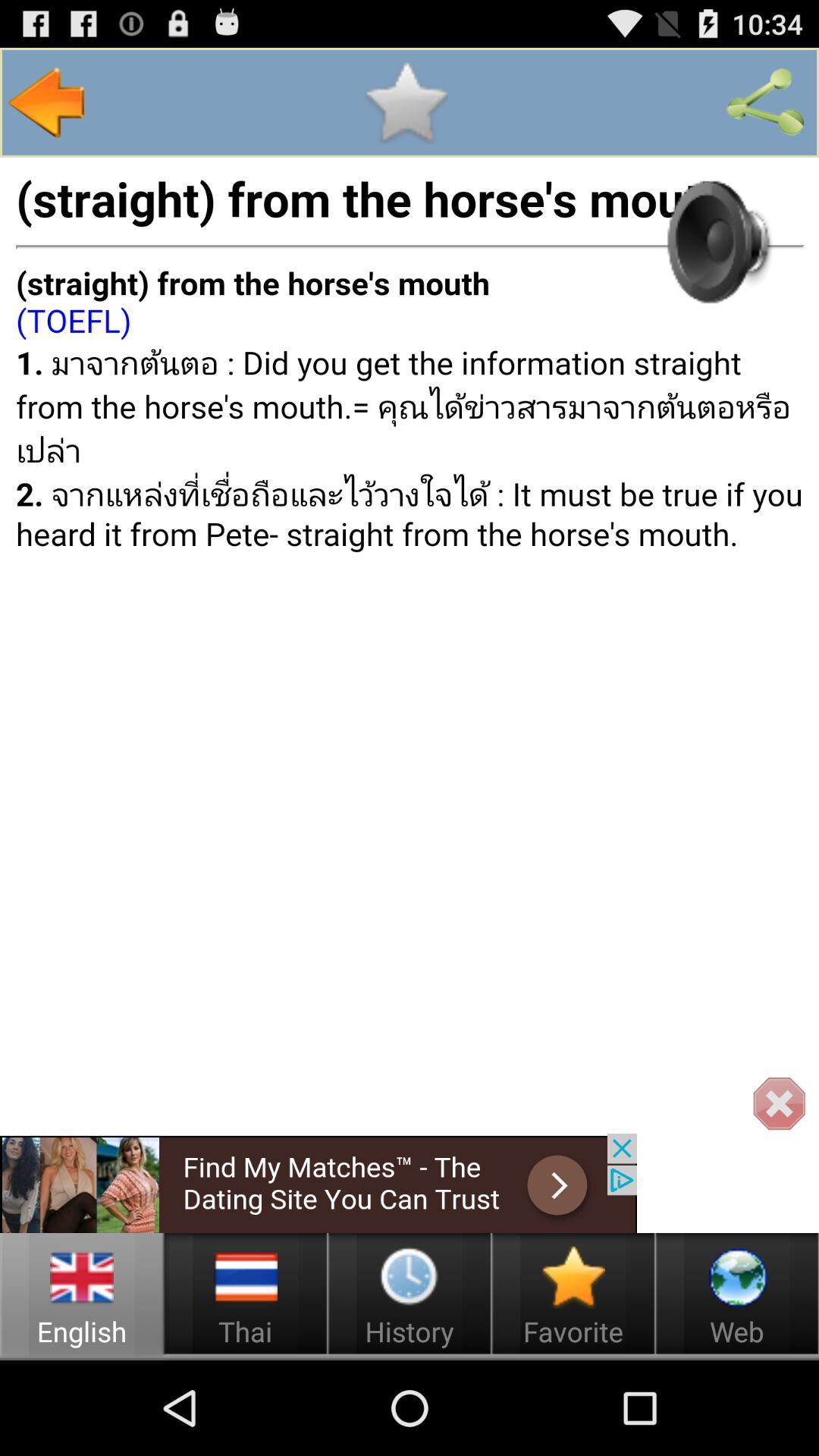 This screenshot has width=819, height=1456. What do you see at coordinates (765, 102) in the screenshot?
I see `share` at bounding box center [765, 102].